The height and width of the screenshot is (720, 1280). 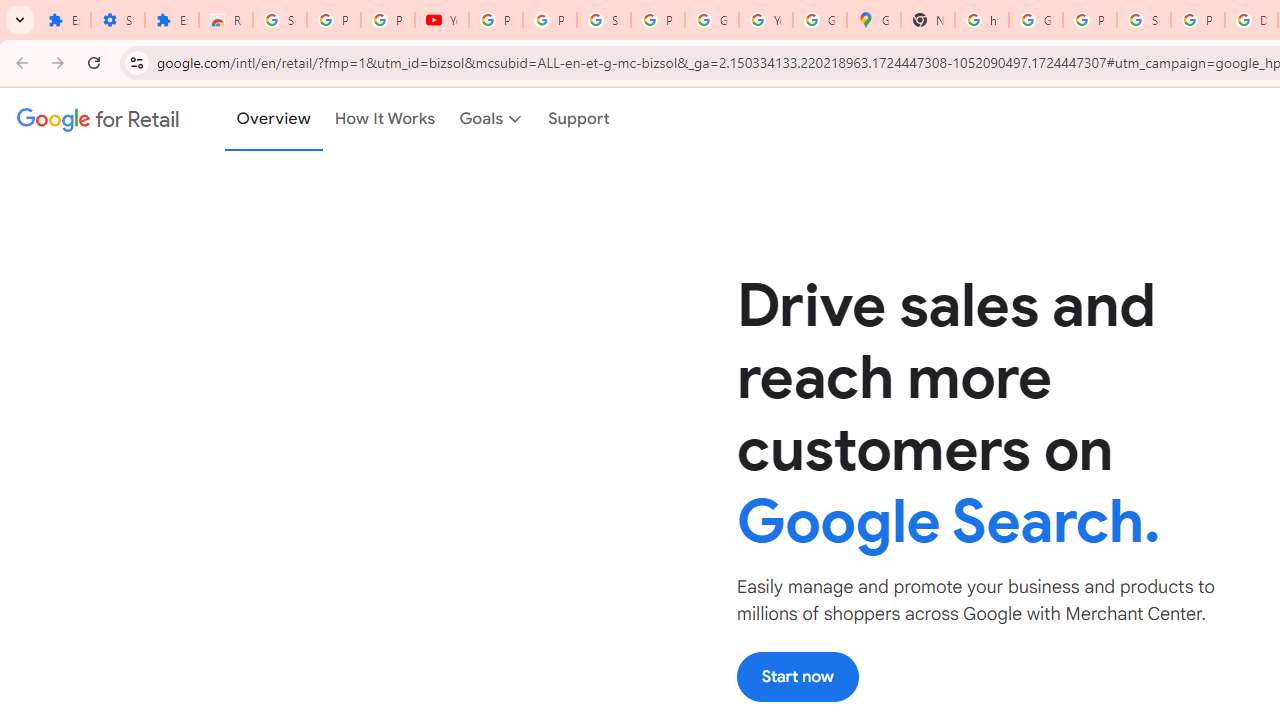 What do you see at coordinates (927, 20) in the screenshot?
I see `'New Tab'` at bounding box center [927, 20].